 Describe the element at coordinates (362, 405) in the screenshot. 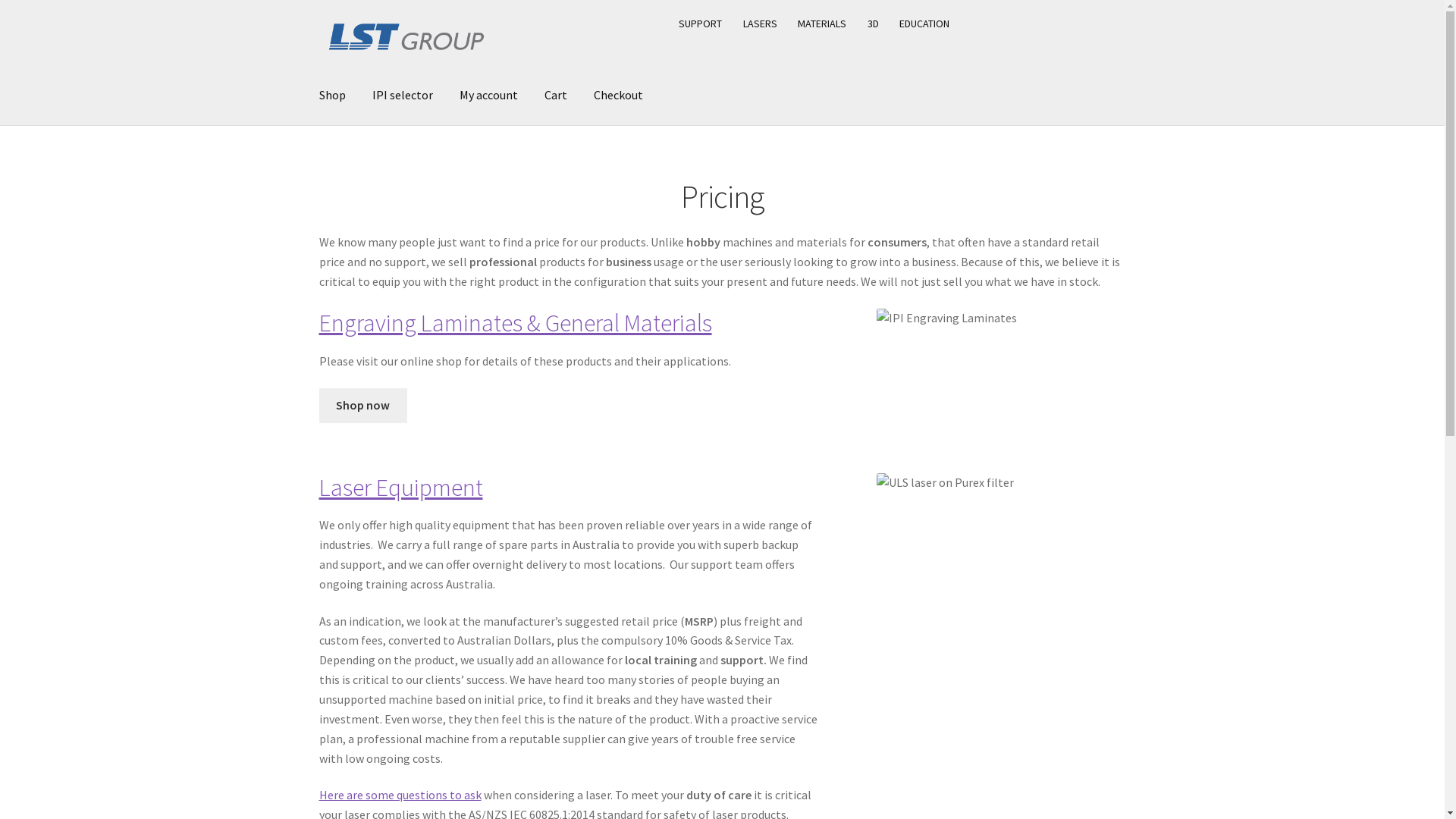

I see `'Shop now'` at that location.